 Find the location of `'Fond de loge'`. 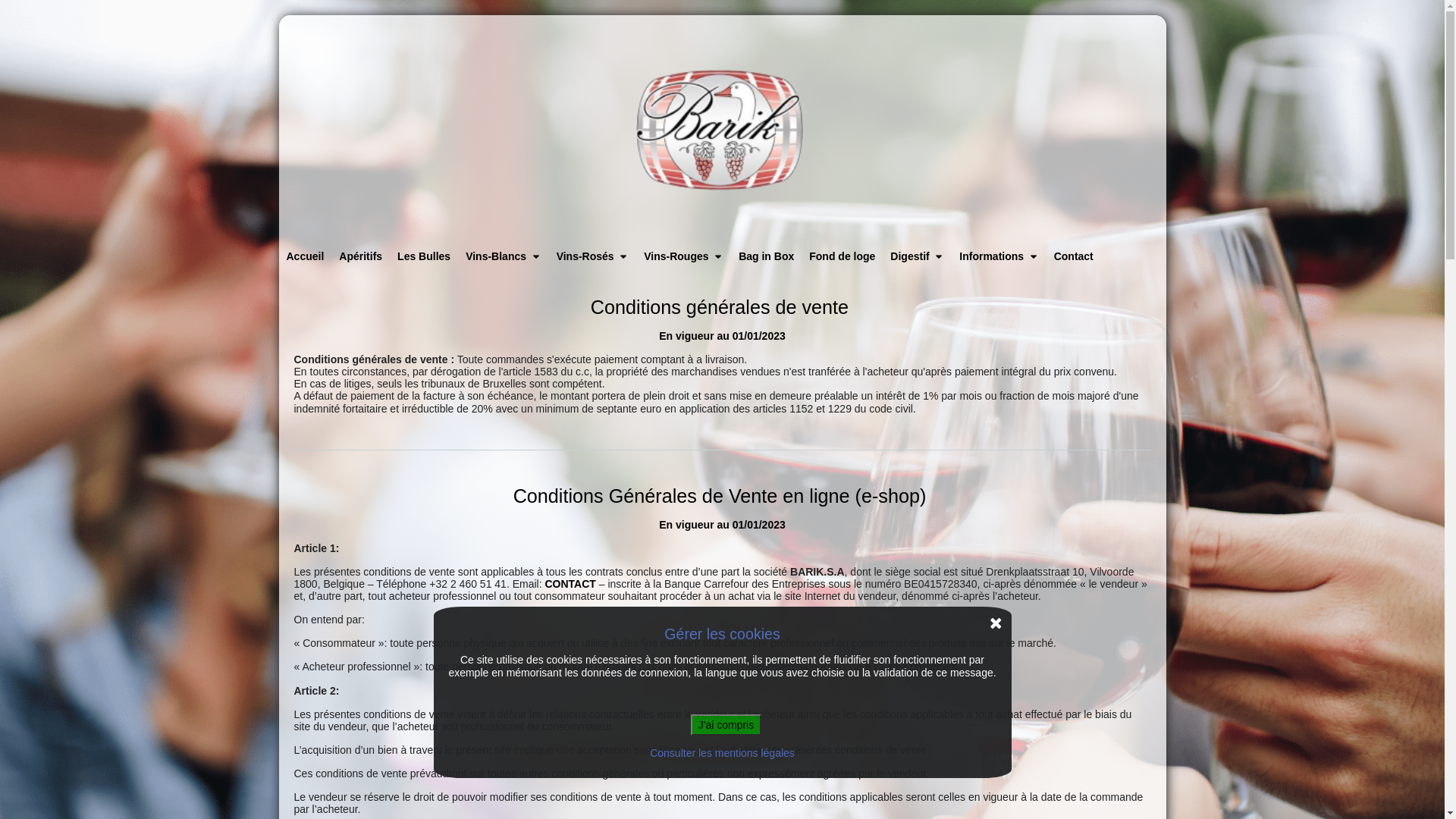

'Fond de loge' is located at coordinates (841, 256).